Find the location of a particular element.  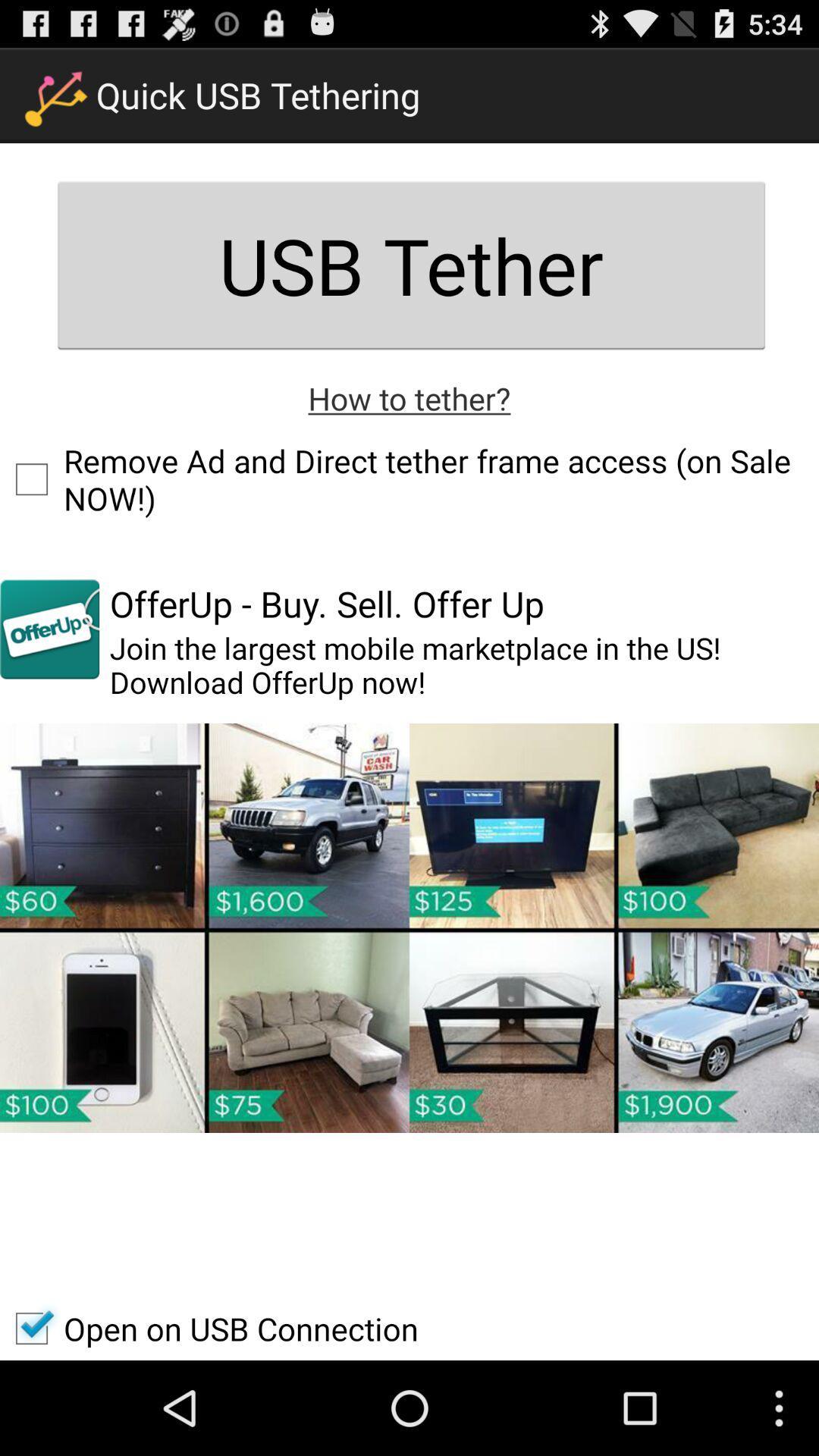

icon above the join the largest item is located at coordinates (326, 603).